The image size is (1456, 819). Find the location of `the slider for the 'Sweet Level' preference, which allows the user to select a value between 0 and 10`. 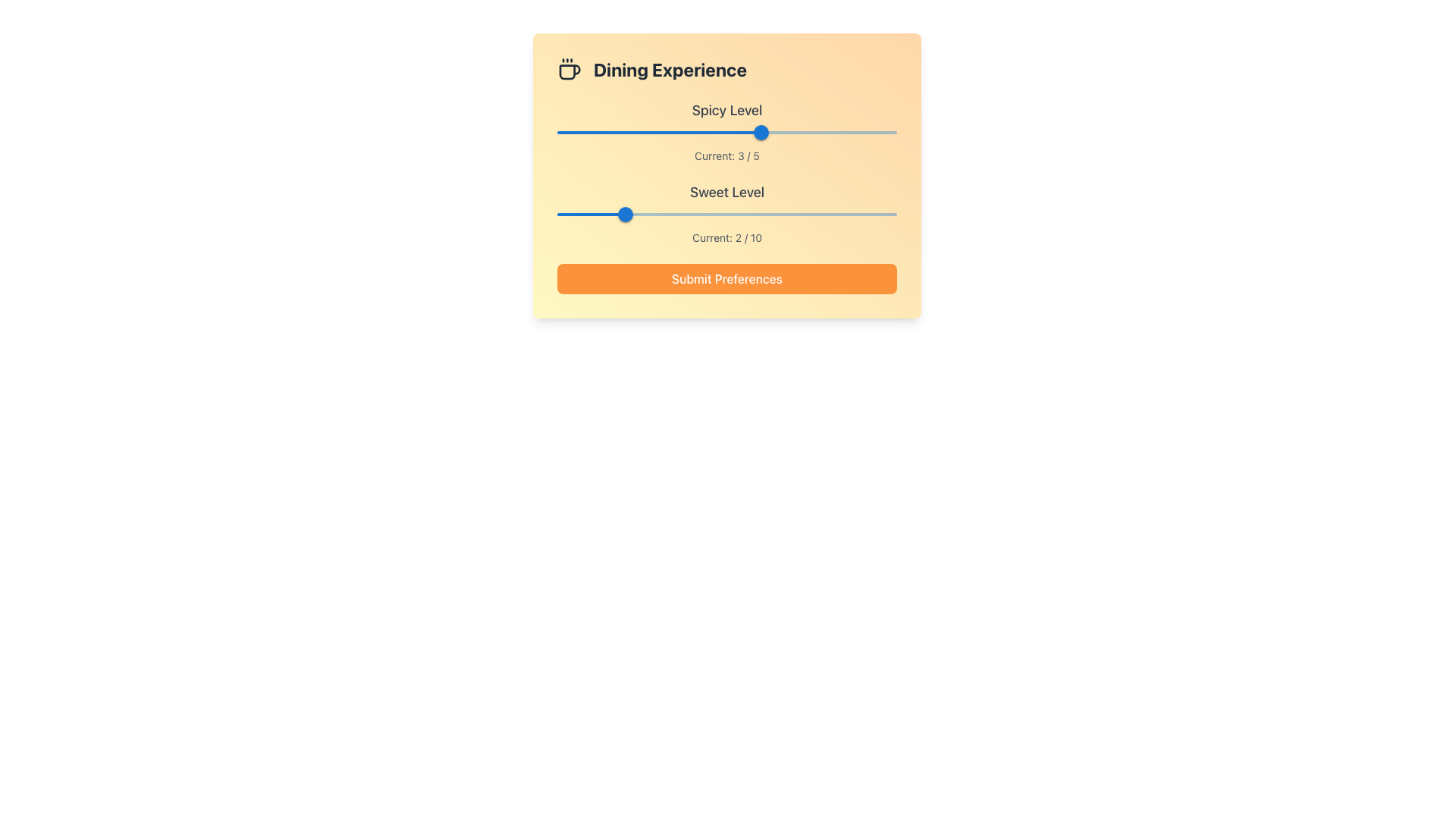

the slider for the 'Sweet Level' preference, which allows the user to select a value between 0 and 10 is located at coordinates (726, 214).